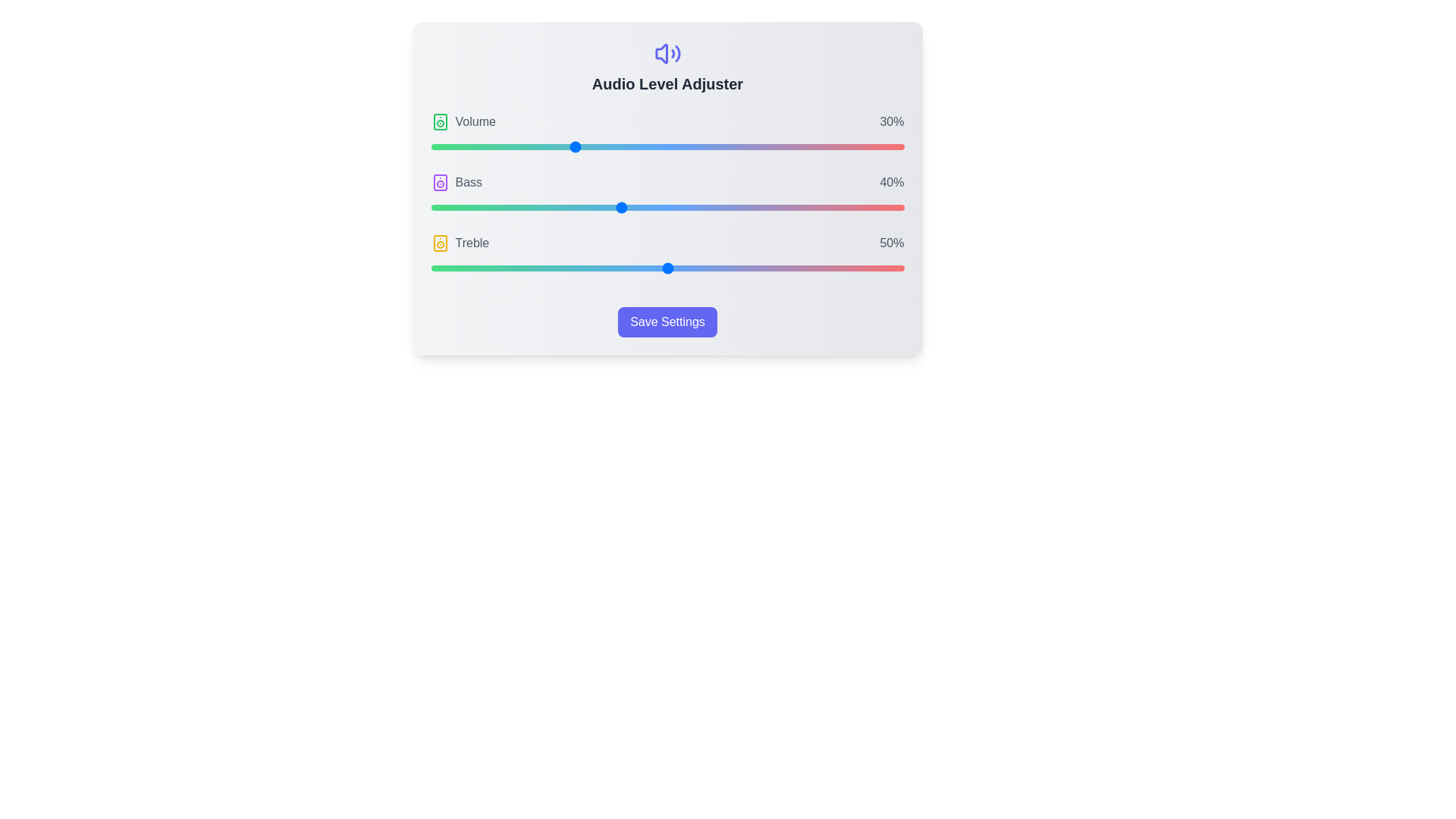  Describe the element at coordinates (620, 146) in the screenshot. I see `the Volume slider to 40%` at that location.